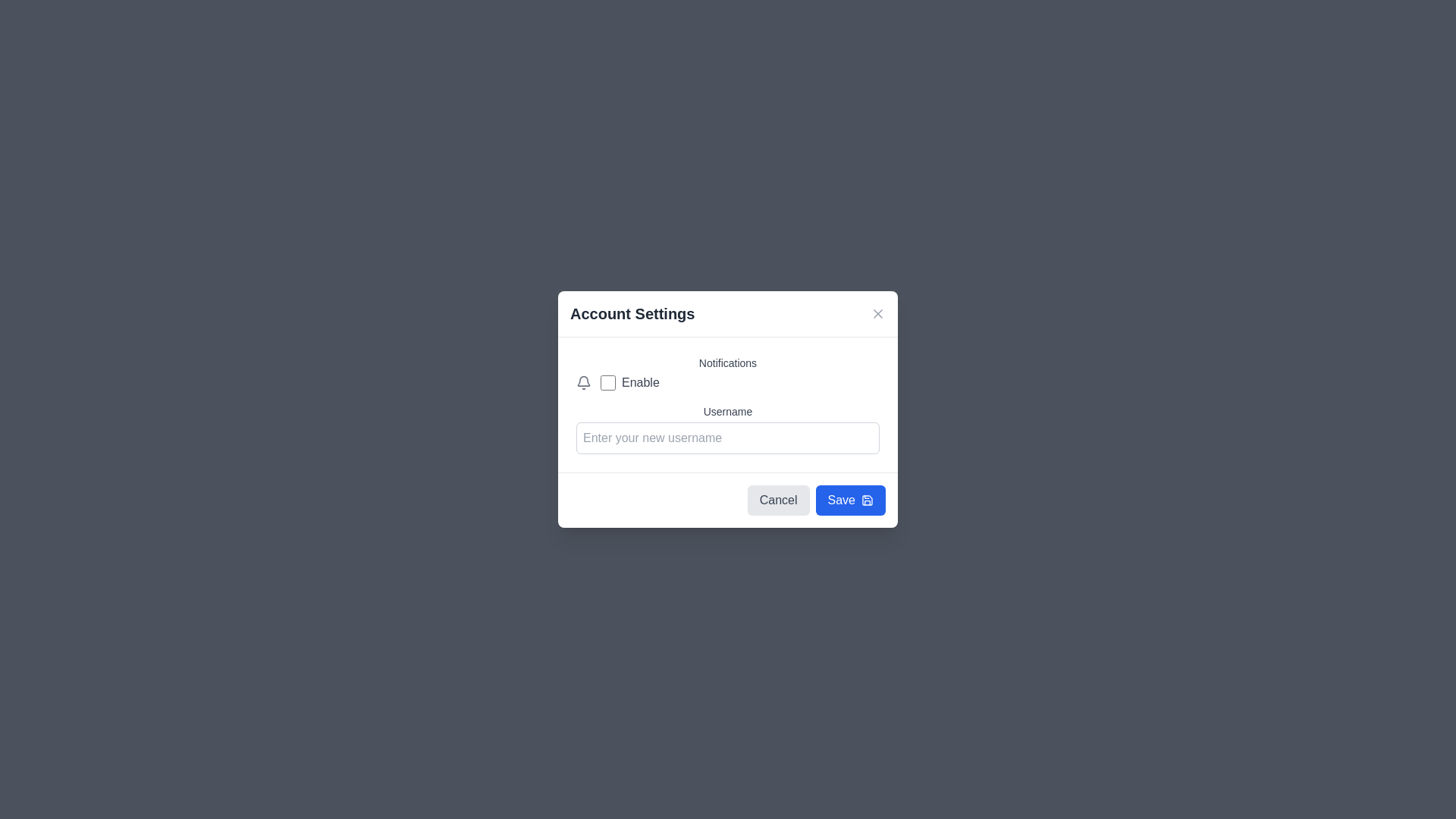 The width and height of the screenshot is (1456, 819). Describe the element at coordinates (607, 382) in the screenshot. I see `the checkbox that toggles the 'Enable' option, located directly to the left of the 'Enable' label in the settings modal` at that location.